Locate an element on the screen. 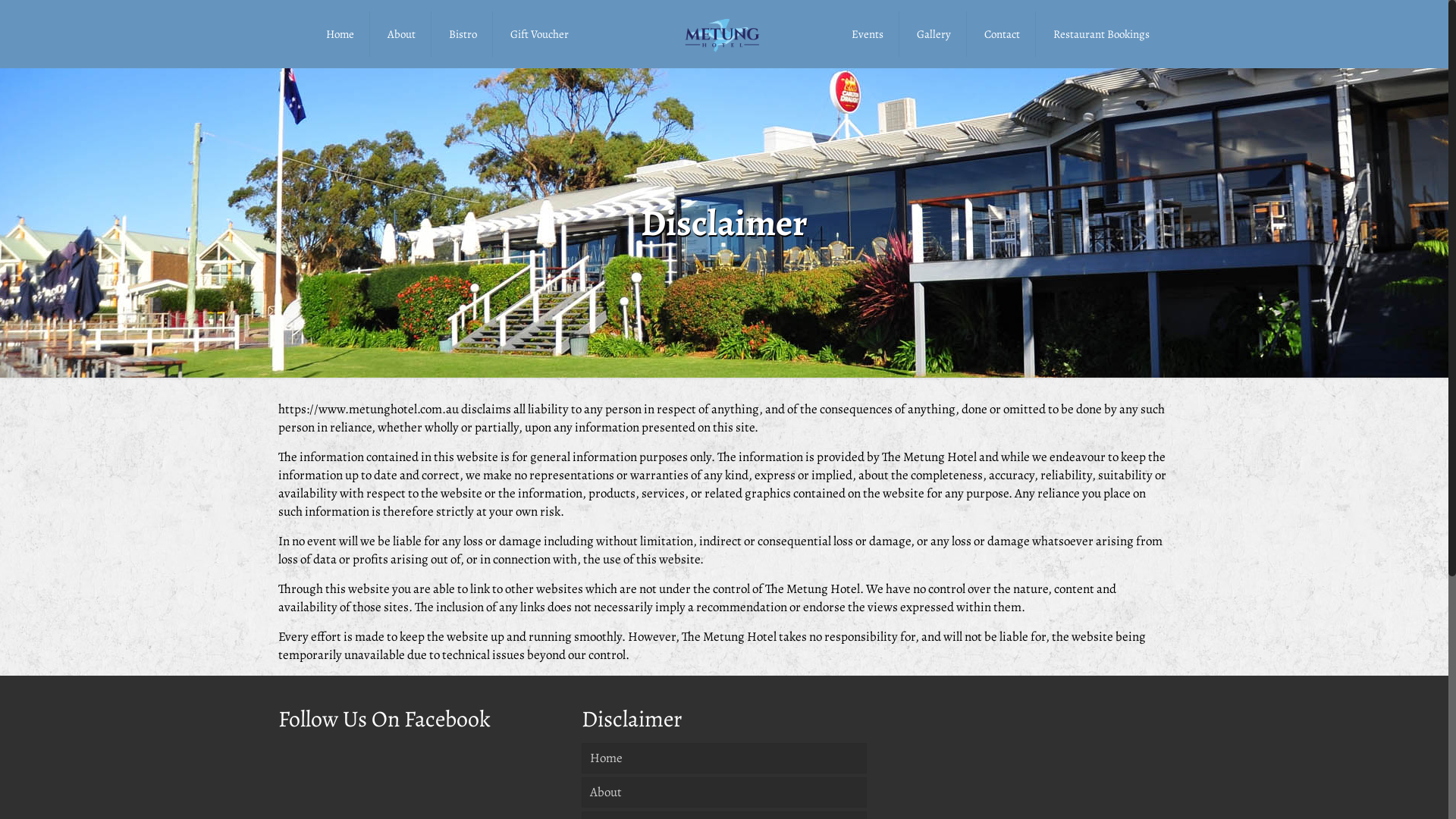 The height and width of the screenshot is (819, 1456). 'Gallery' is located at coordinates (934, 34).